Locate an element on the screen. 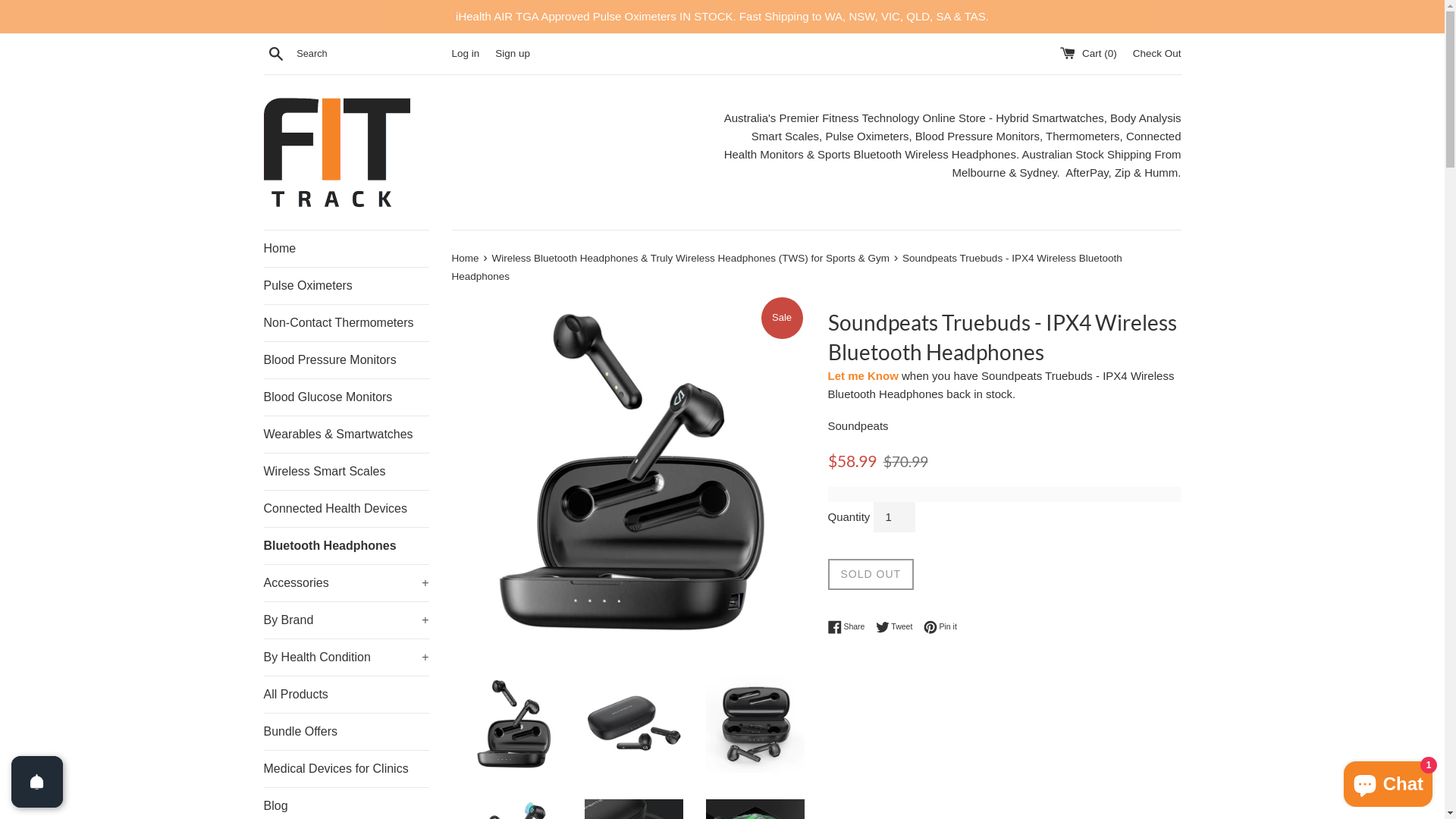 The width and height of the screenshot is (1456, 819). 'By Brand is located at coordinates (345, 620).